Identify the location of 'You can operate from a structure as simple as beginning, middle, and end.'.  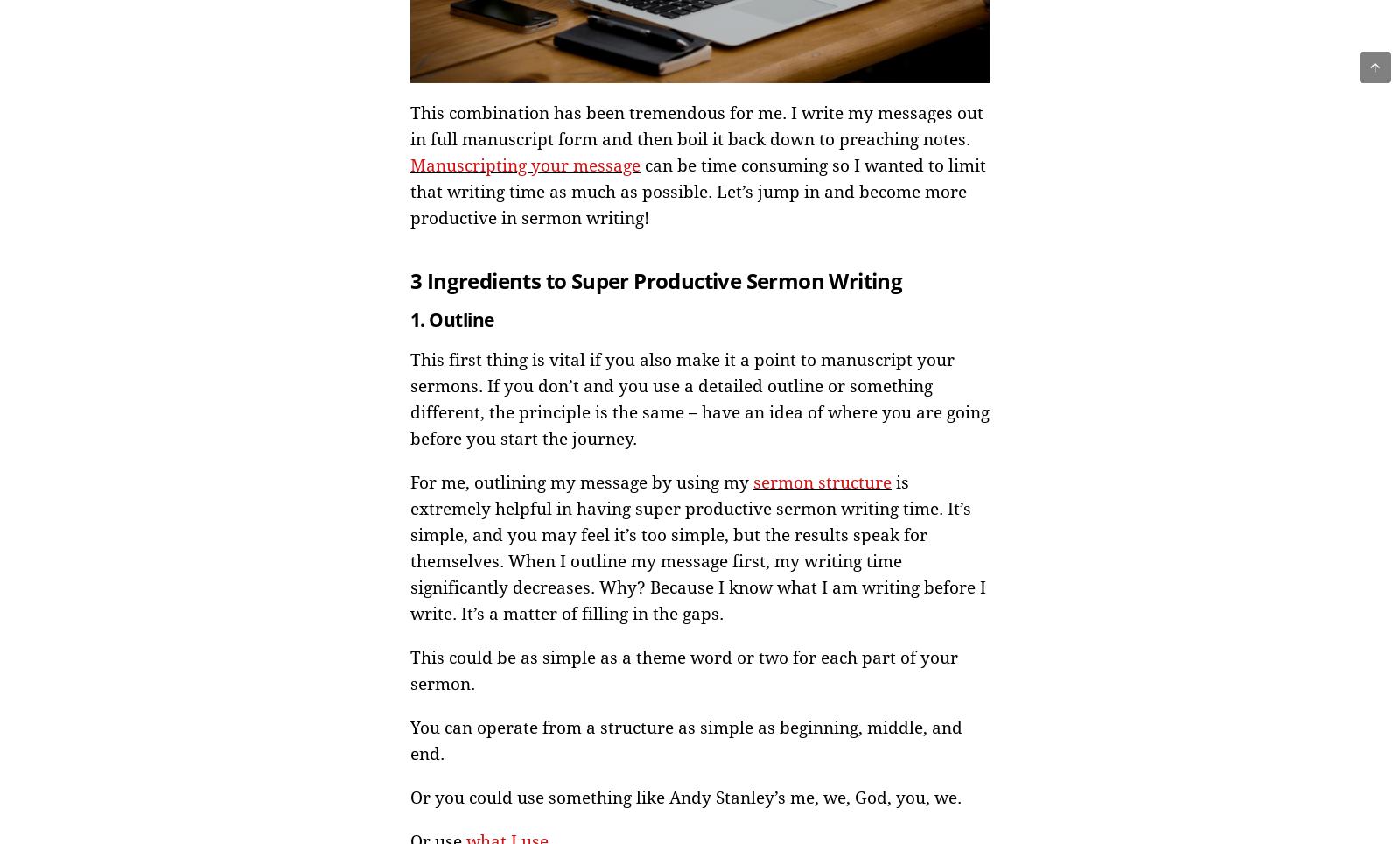
(686, 741).